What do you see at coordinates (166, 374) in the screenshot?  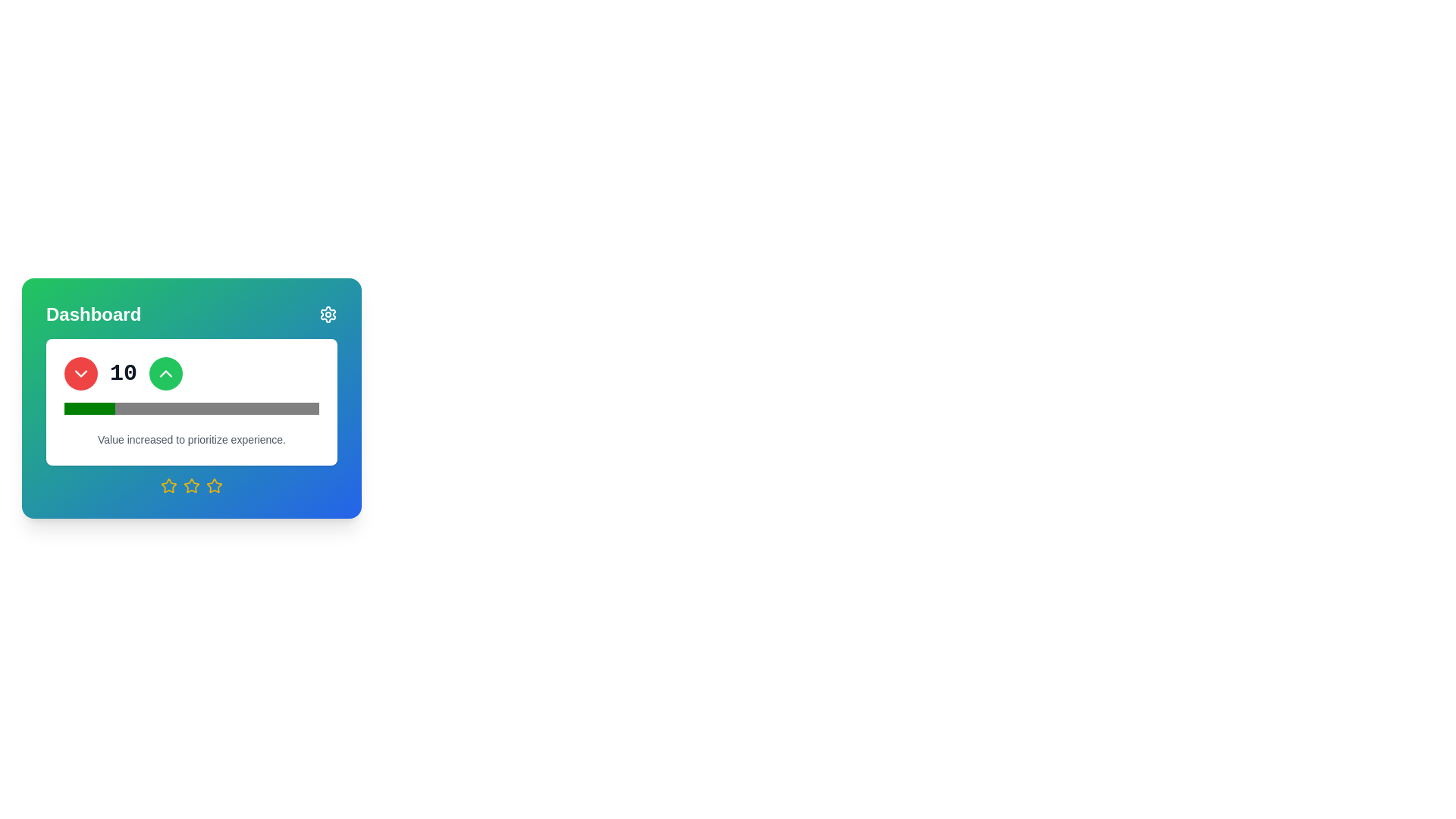 I see `the Chevron Up icon within the green button` at bounding box center [166, 374].